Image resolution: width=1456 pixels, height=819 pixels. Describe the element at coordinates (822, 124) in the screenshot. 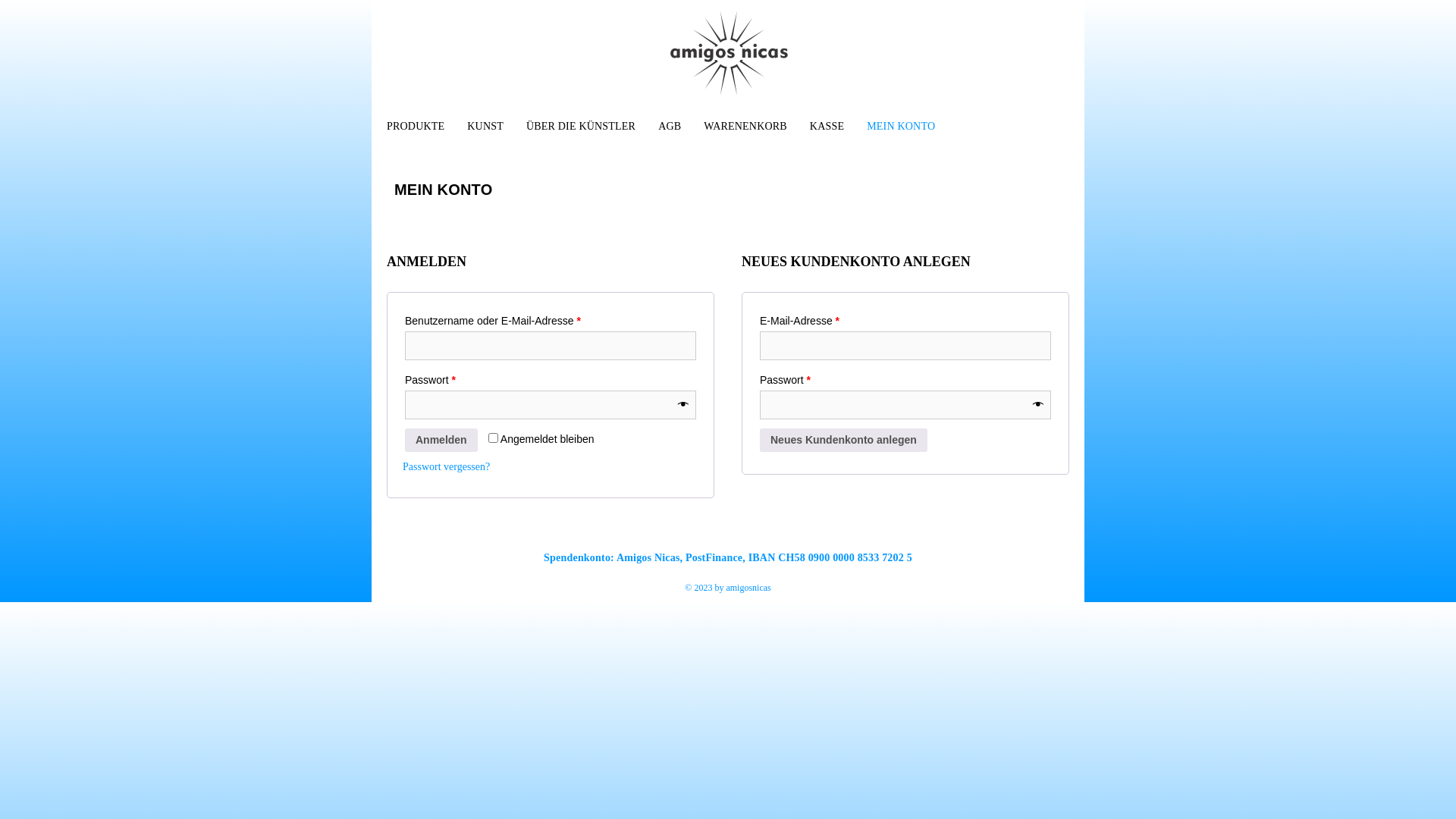

I see `'KASSE'` at that location.